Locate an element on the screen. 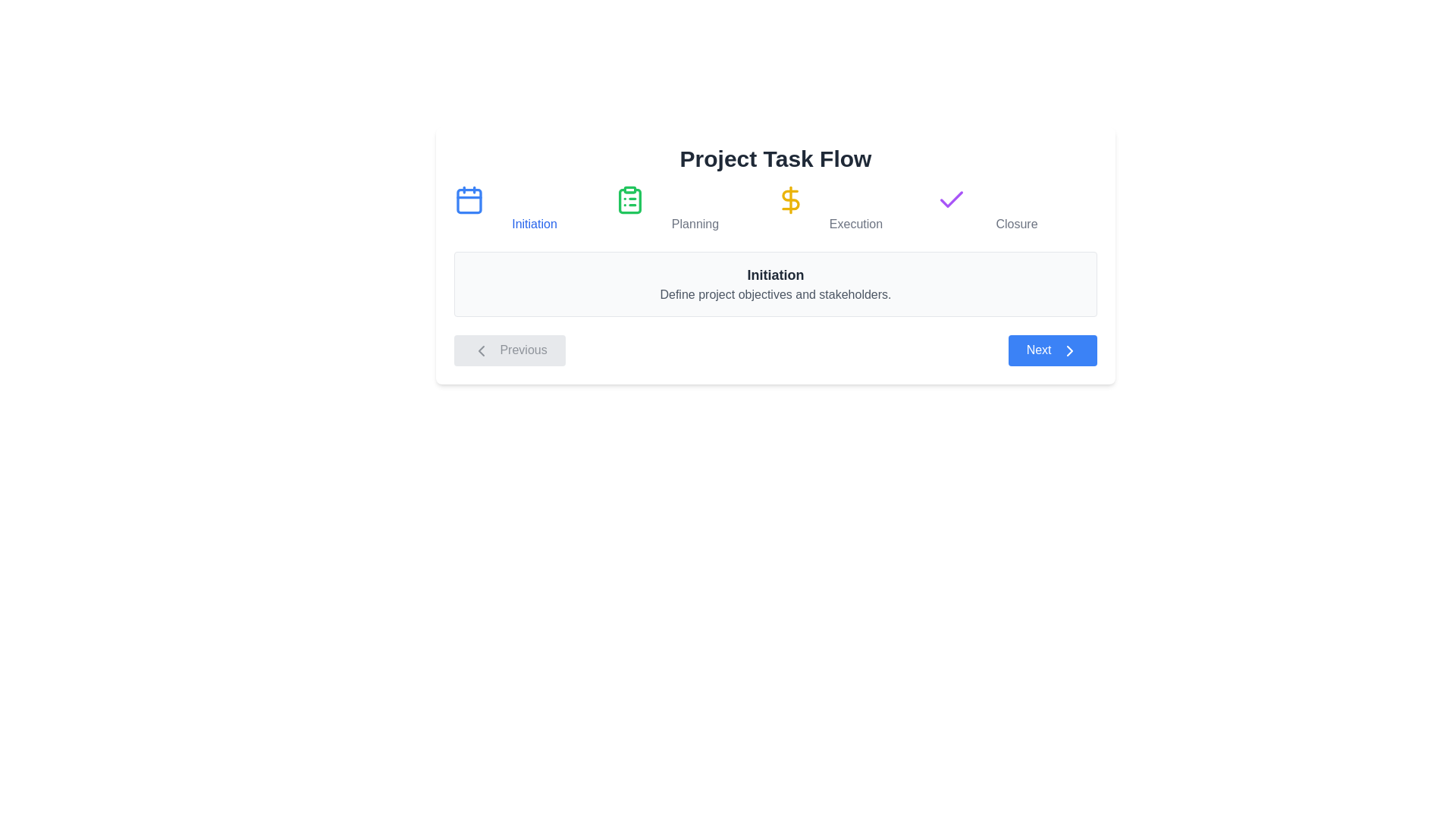 Image resolution: width=1456 pixels, height=819 pixels. the instructional text element located in the 'Initiation' section, positioned below the title 'Initiation' and centered horizontally on the page is located at coordinates (775, 295).